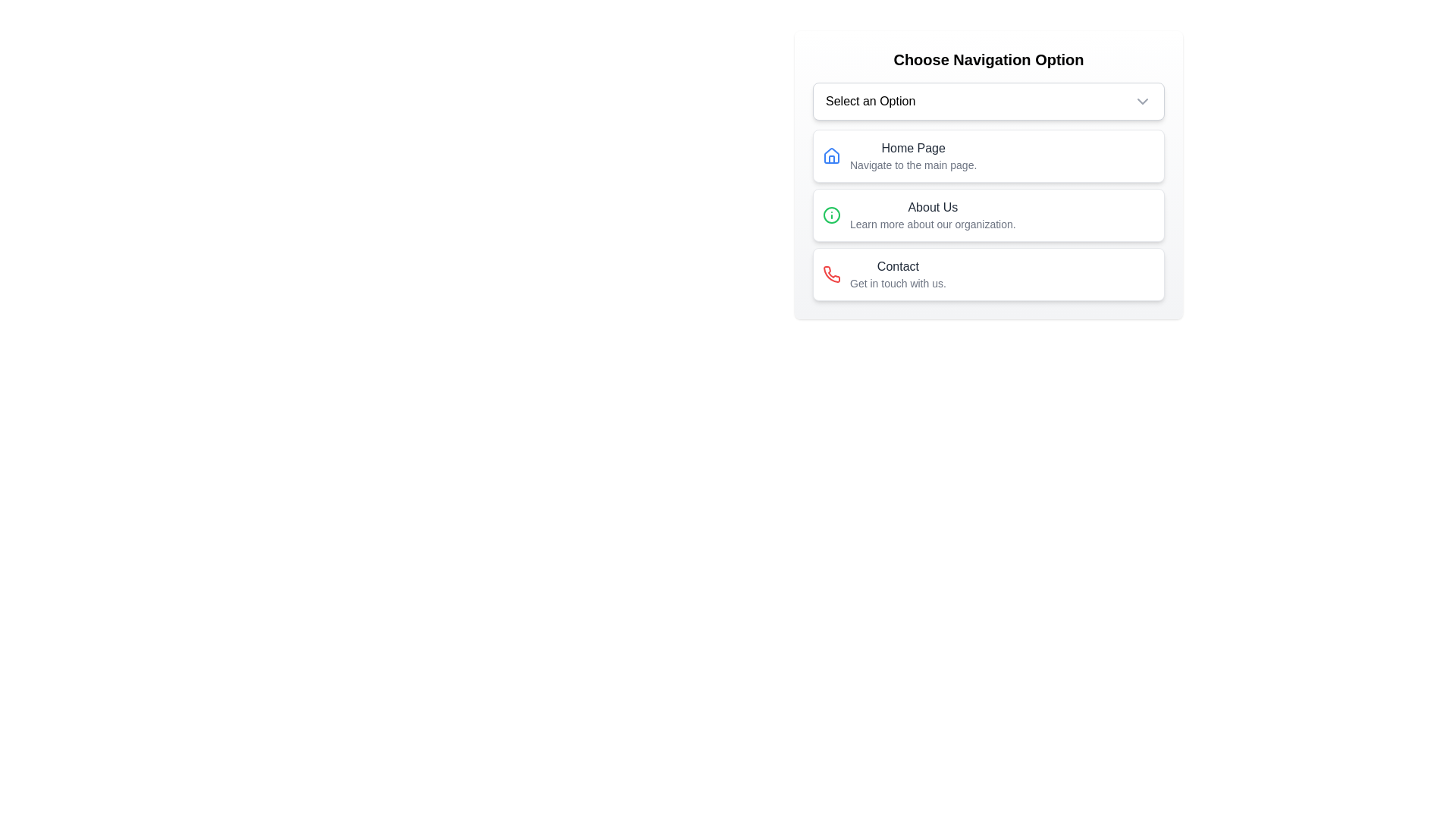 This screenshot has width=1456, height=819. What do you see at coordinates (989, 275) in the screenshot?
I see `the third navigation option that redirects to the contact page, located below 'About Us'` at bounding box center [989, 275].